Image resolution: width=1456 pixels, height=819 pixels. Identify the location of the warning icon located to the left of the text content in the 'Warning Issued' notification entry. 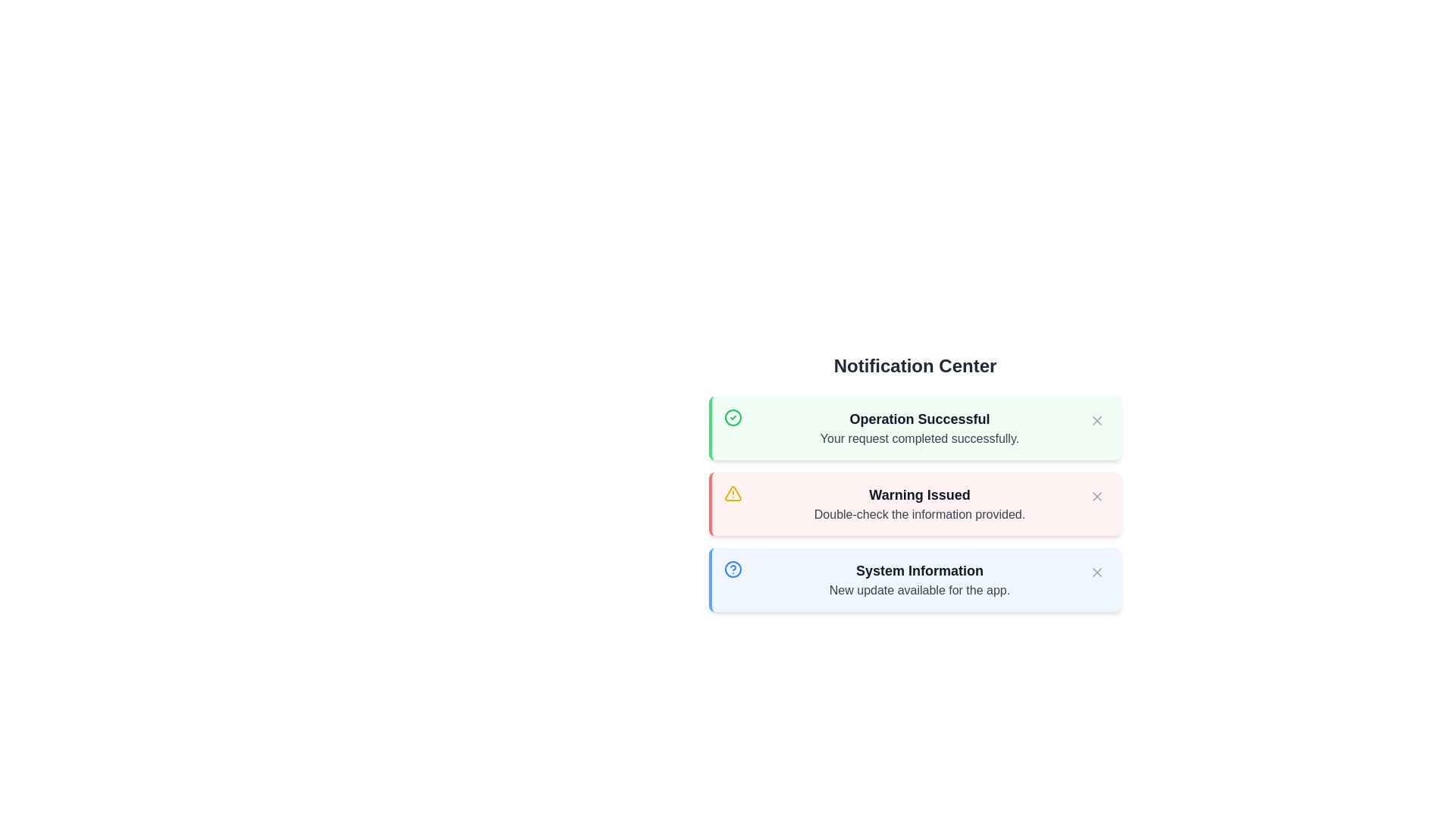
(733, 494).